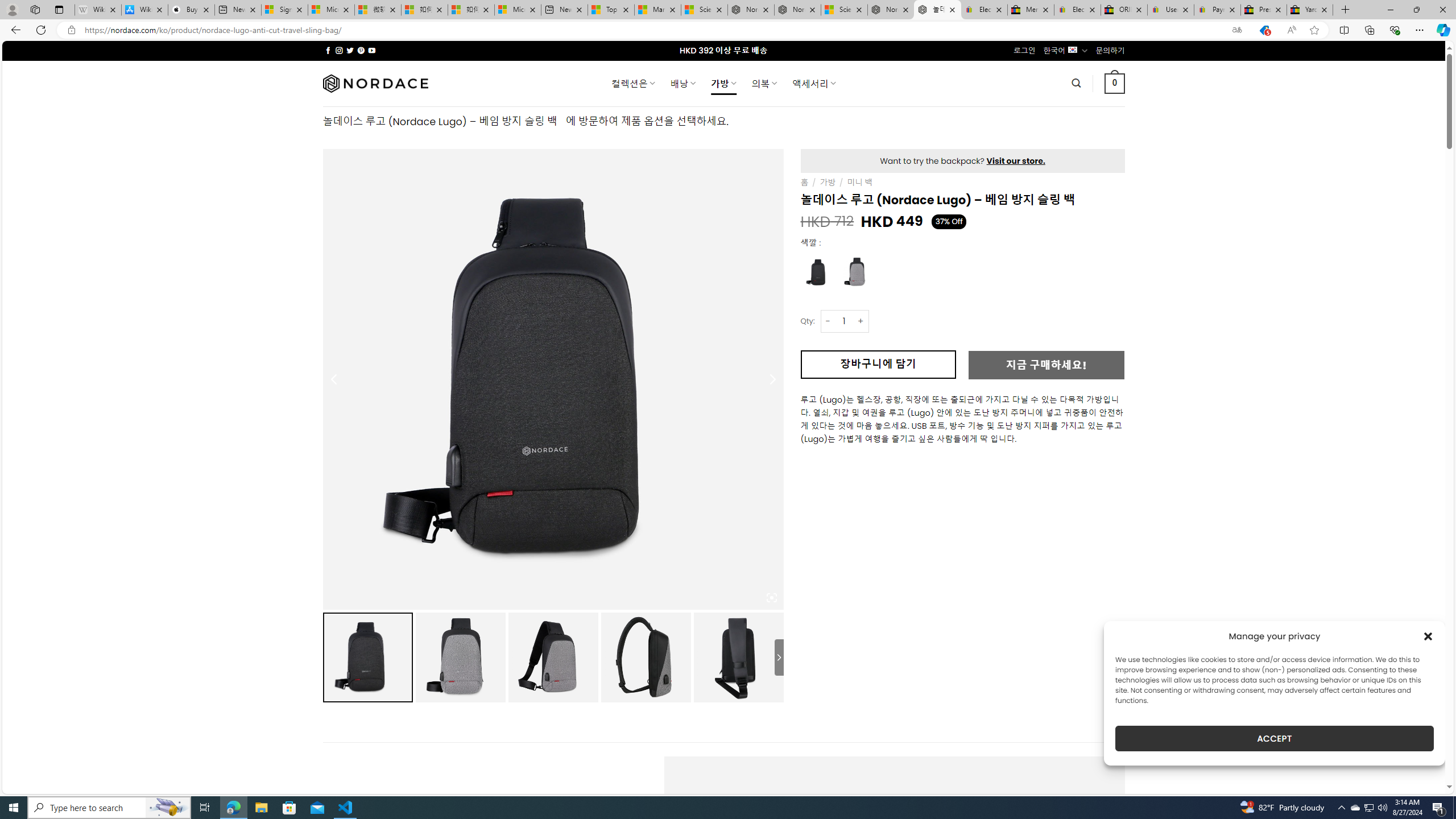 Image resolution: width=1456 pixels, height=819 pixels. Describe the element at coordinates (1263, 30) in the screenshot. I see `'You have the best price!'` at that location.